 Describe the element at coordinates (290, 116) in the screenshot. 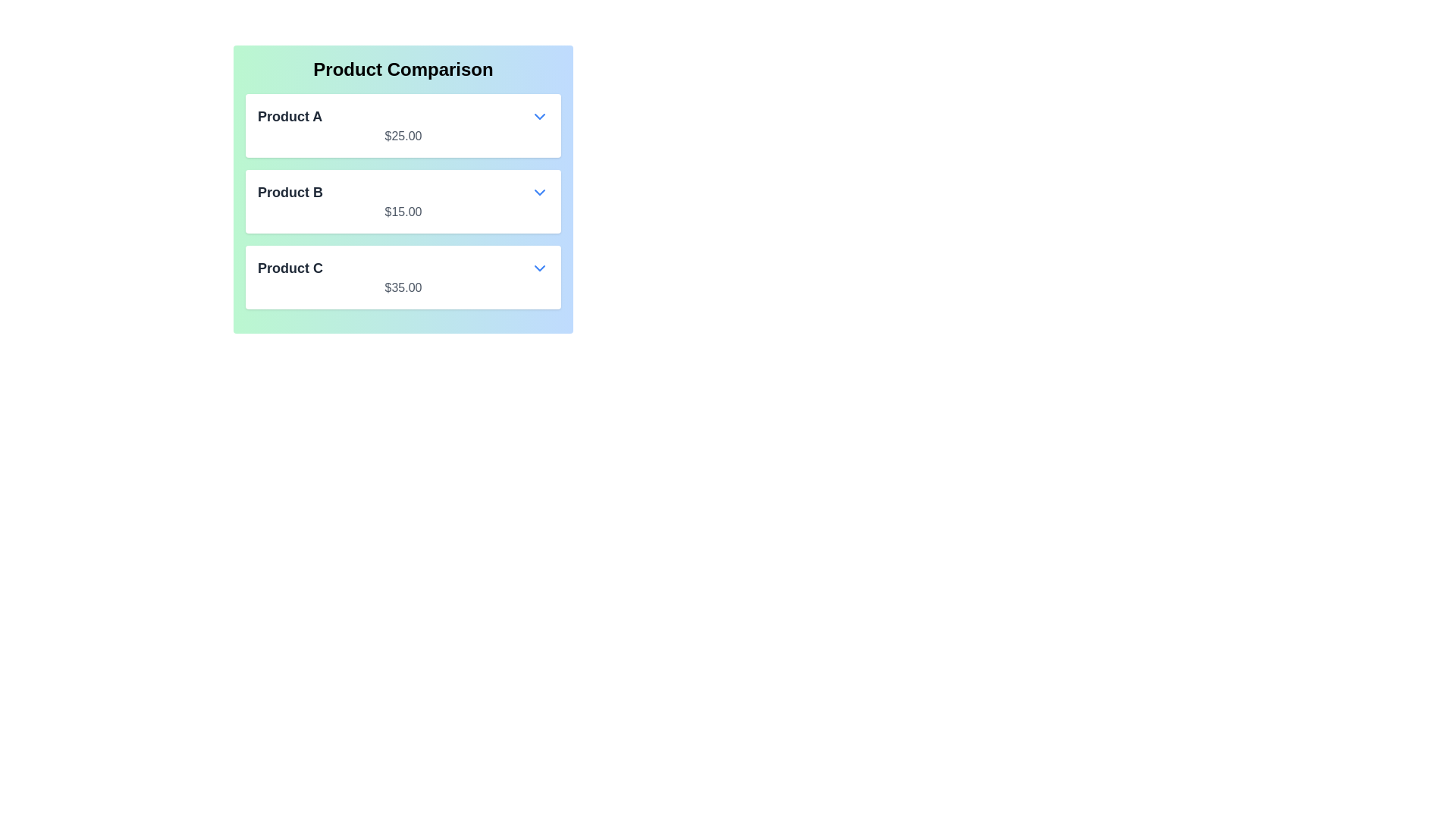

I see `the text label displaying 'Product A'` at that location.